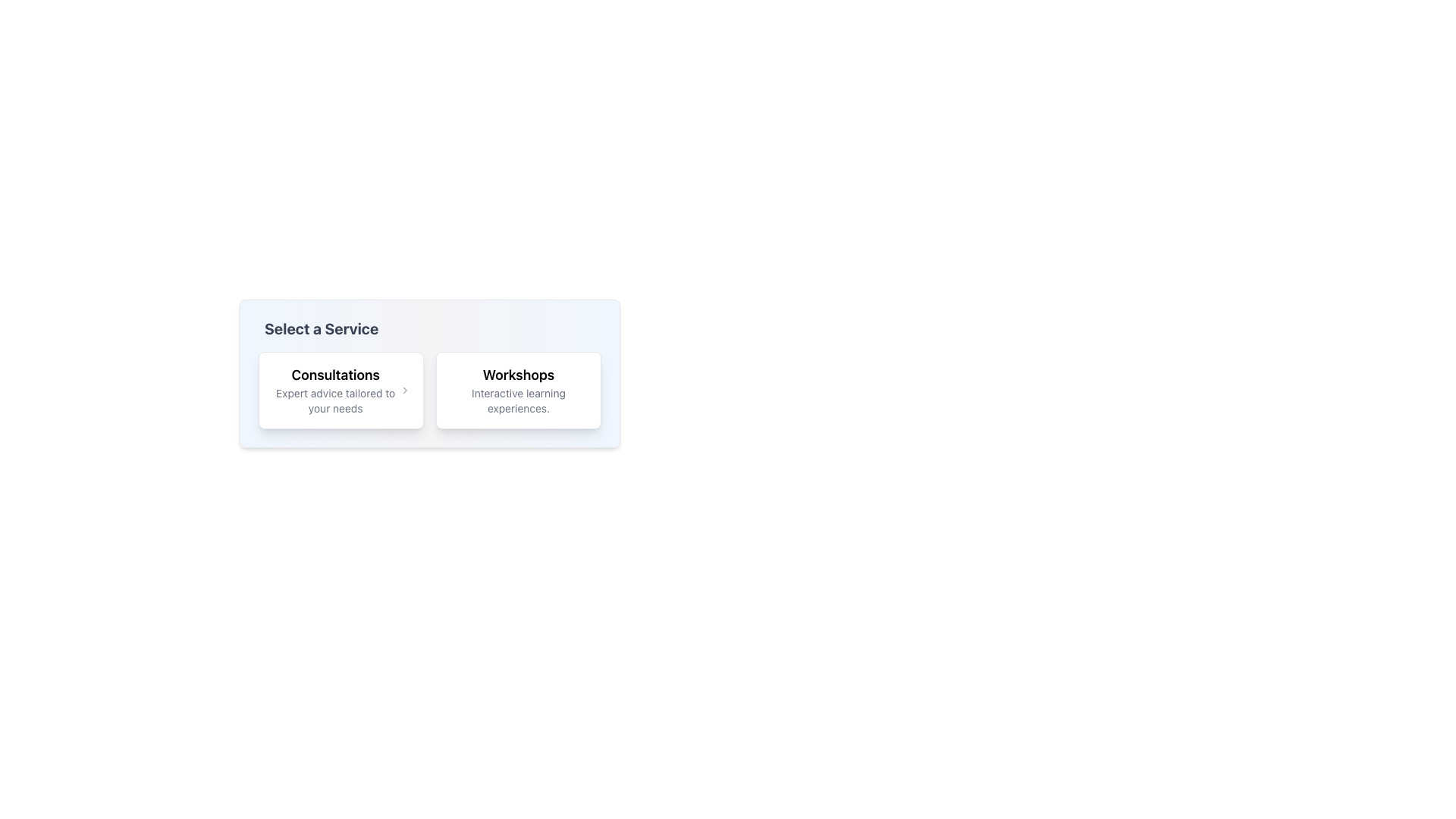 The image size is (1456, 819). Describe the element at coordinates (519, 390) in the screenshot. I see `the selectable option labeled 'Workshops' which provides a brief description for user navigation` at that location.